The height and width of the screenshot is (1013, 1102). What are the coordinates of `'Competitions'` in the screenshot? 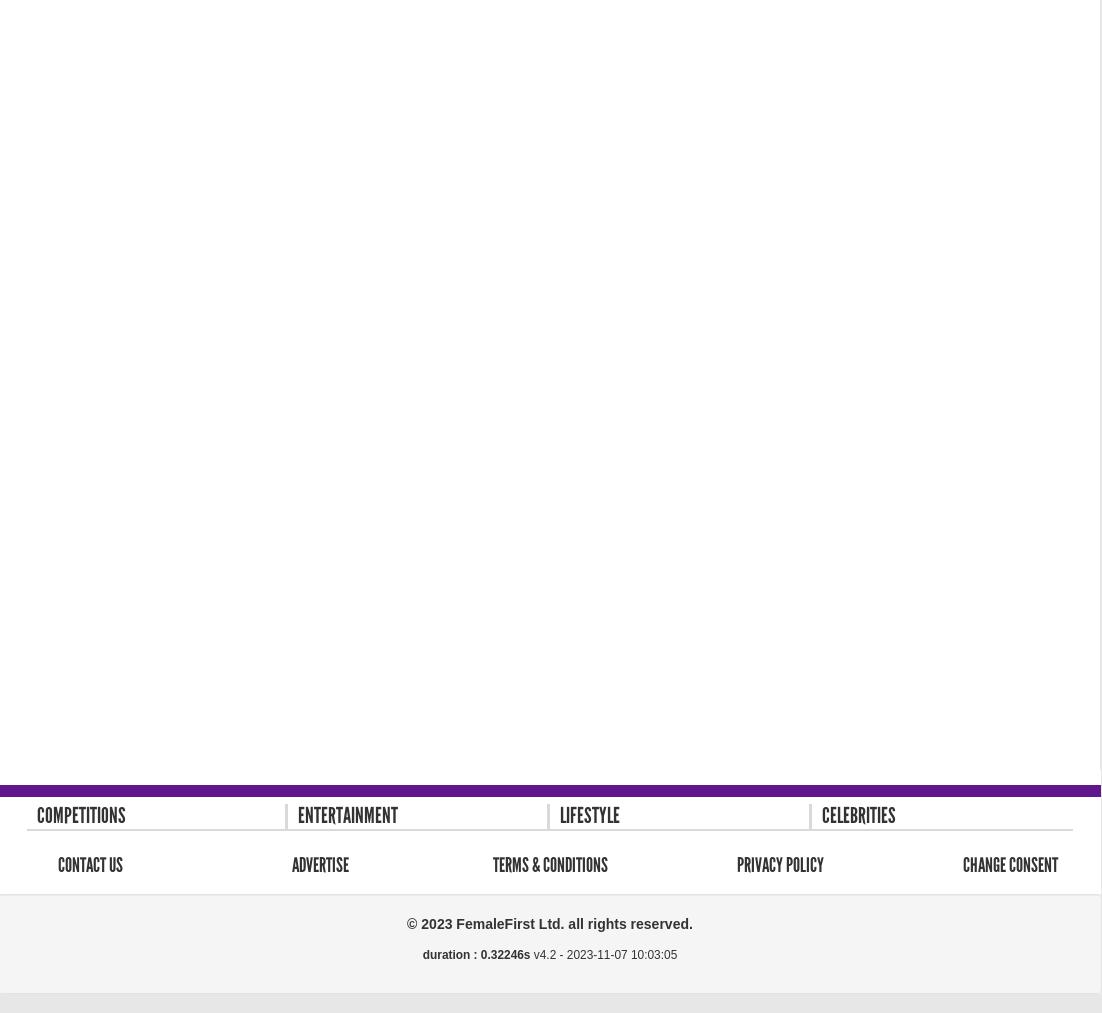 It's located at (80, 813).